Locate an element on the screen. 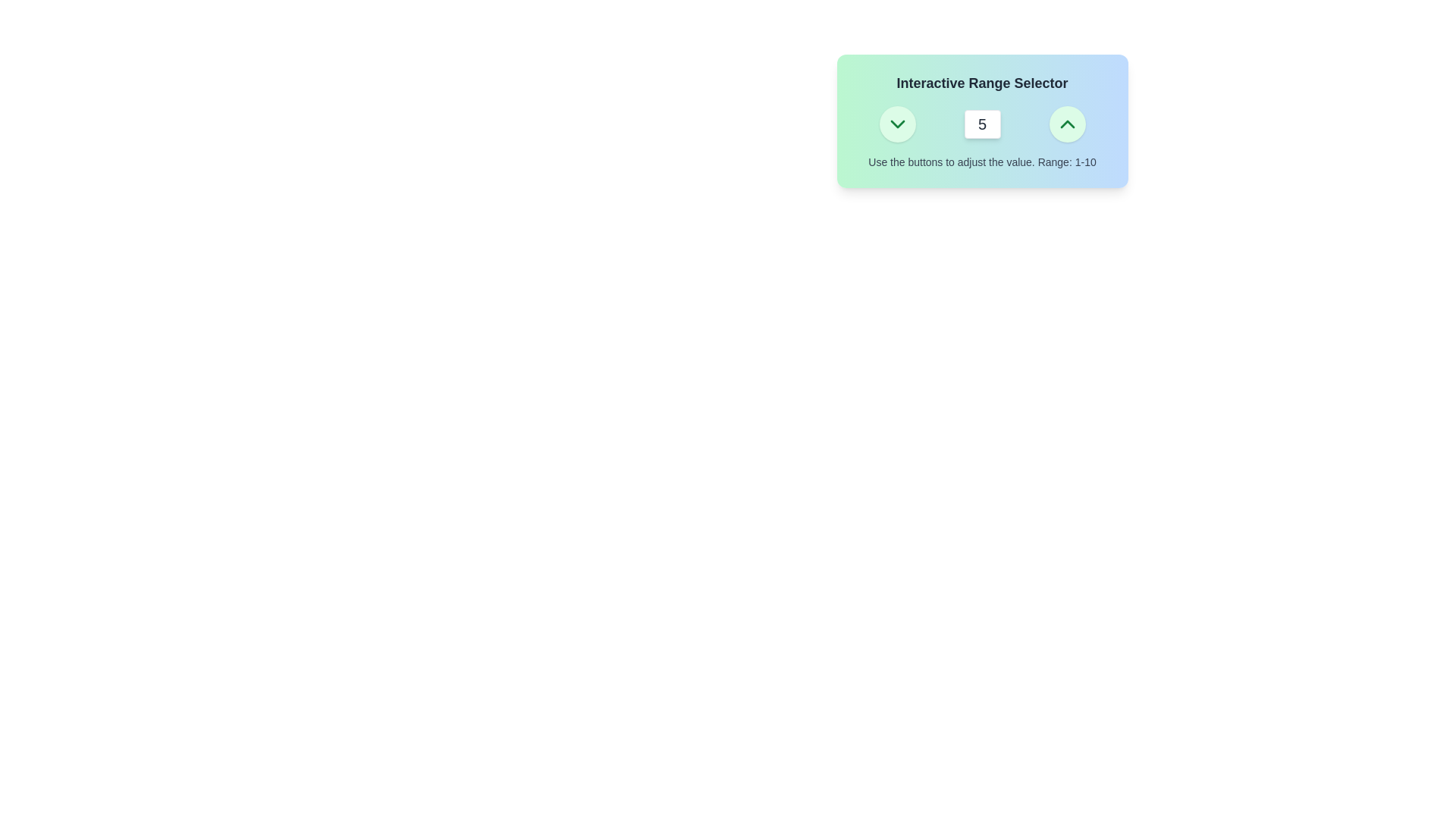 This screenshot has height=819, width=1456. the numeric input field displaying the value '5' is located at coordinates (982, 124).